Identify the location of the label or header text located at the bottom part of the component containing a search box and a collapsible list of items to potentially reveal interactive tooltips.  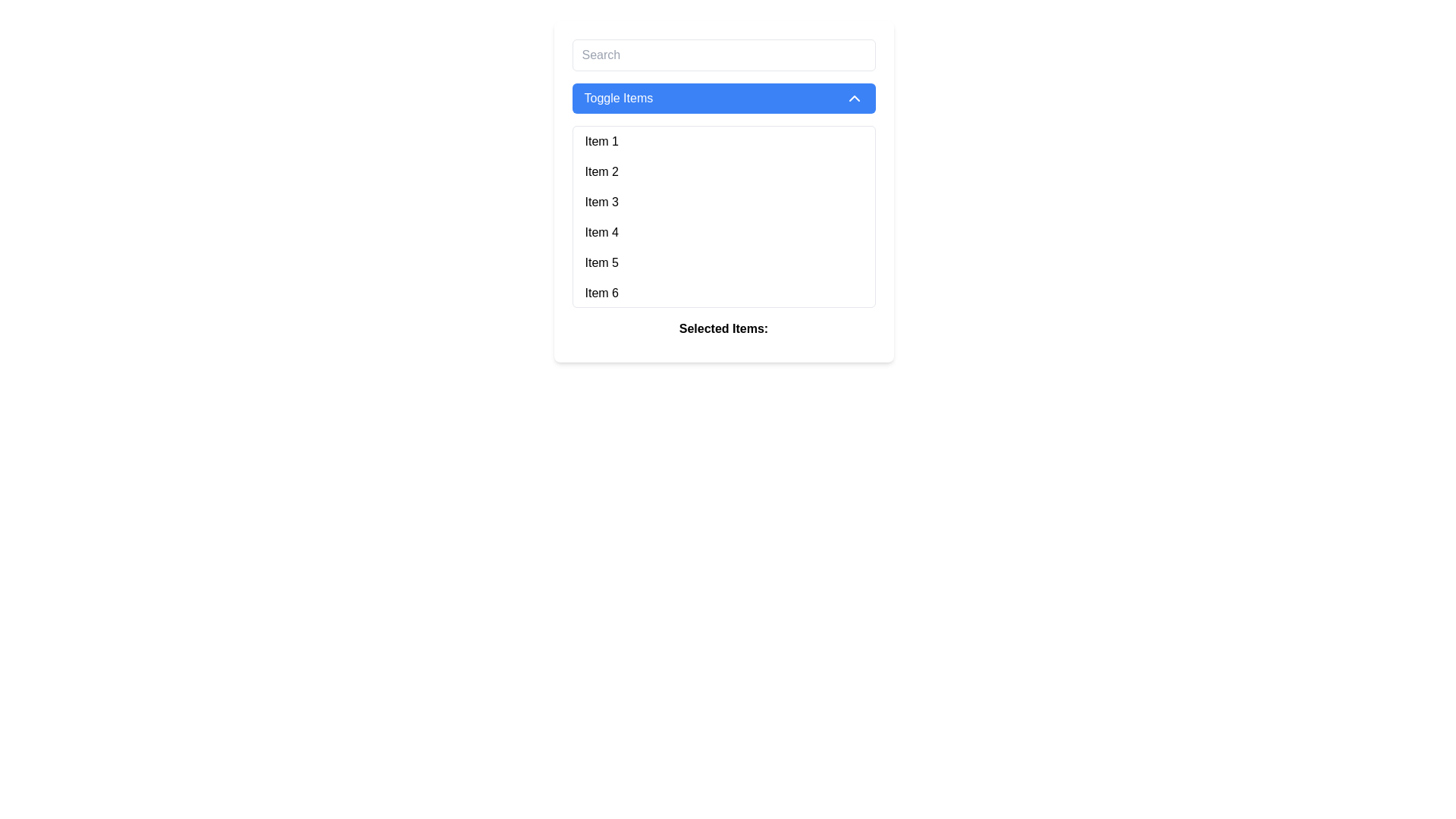
(723, 328).